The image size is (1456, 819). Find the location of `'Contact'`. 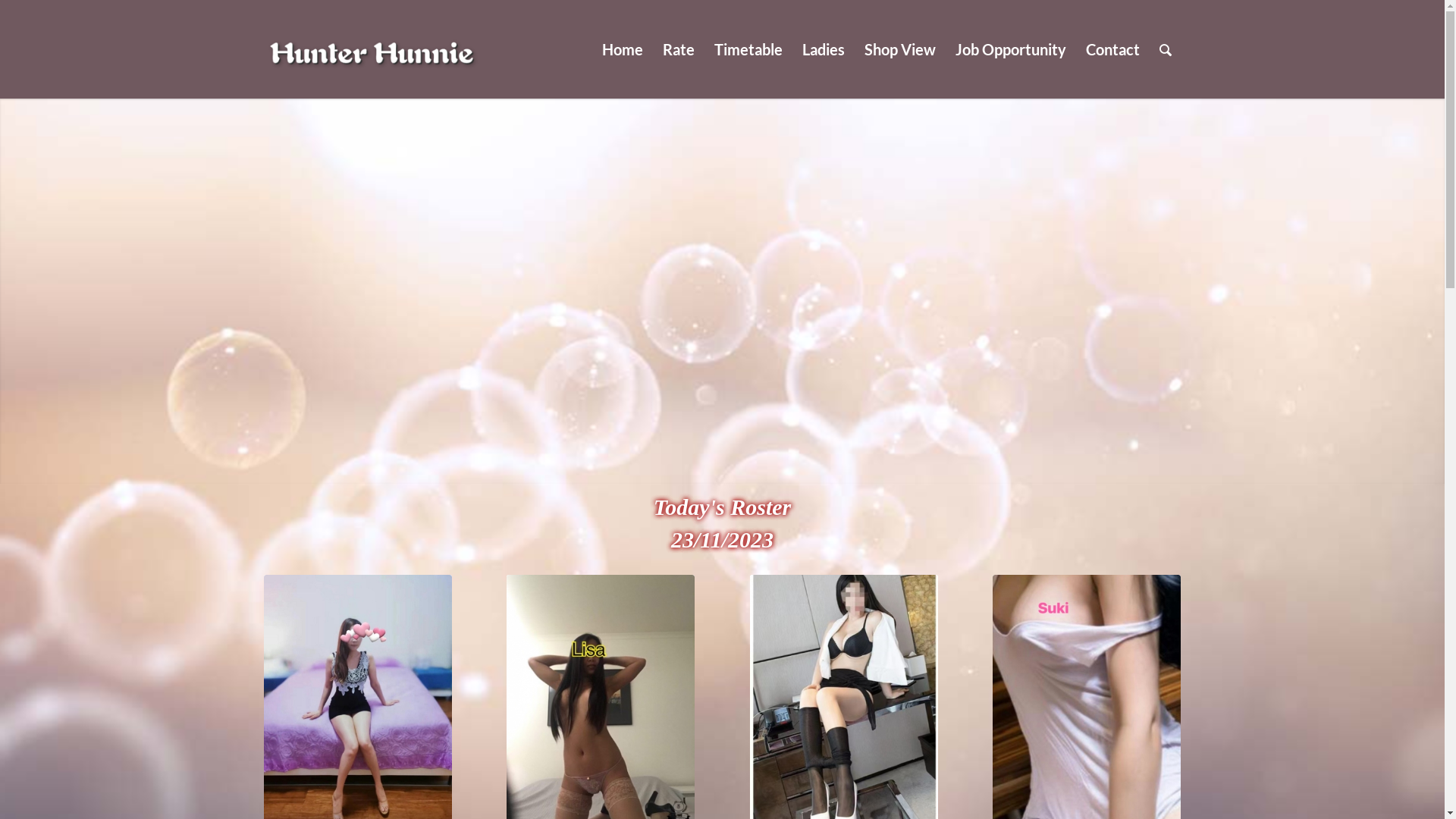

'Contact' is located at coordinates (1112, 49).